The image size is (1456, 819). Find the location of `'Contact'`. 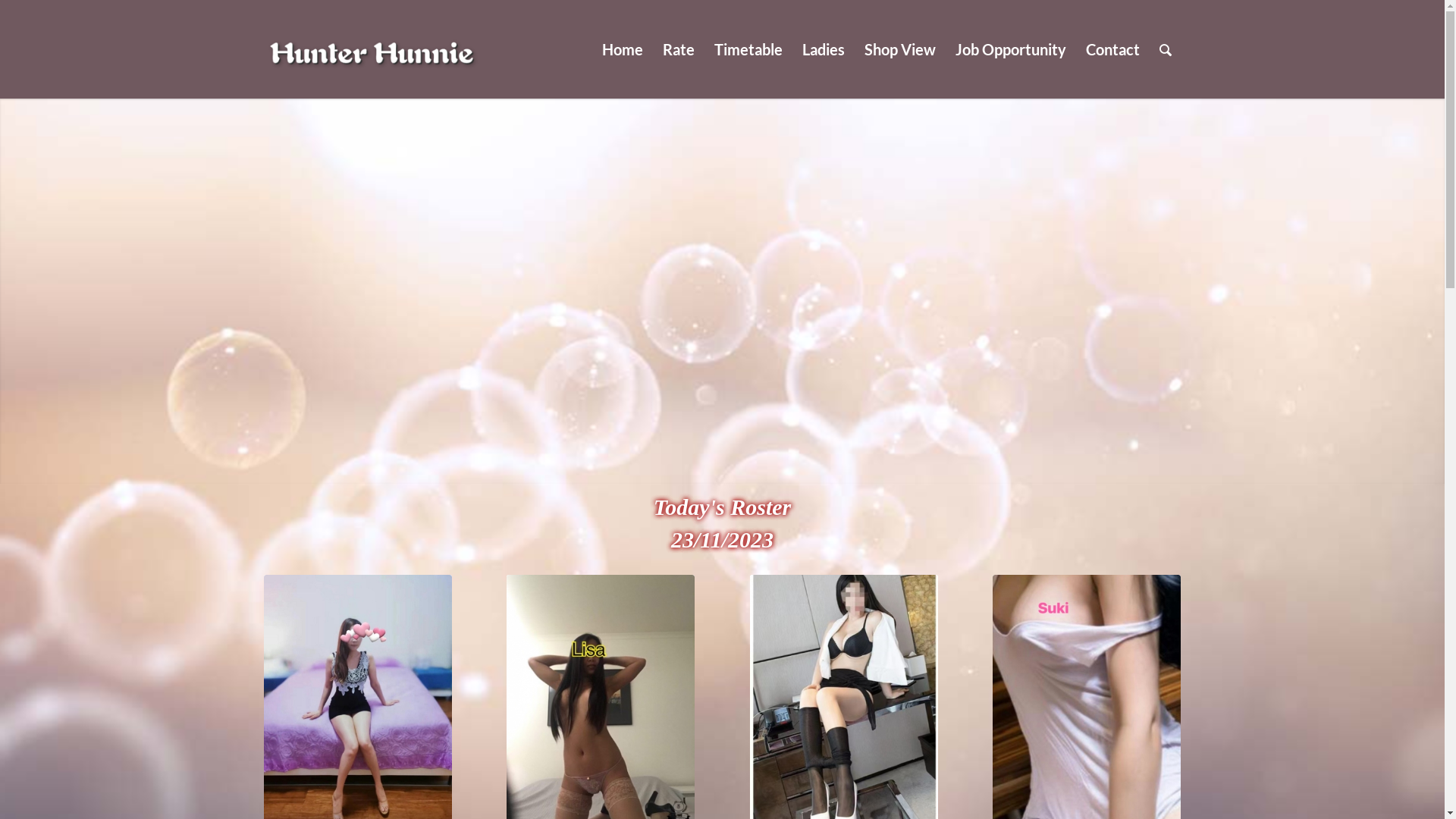

'Contact' is located at coordinates (1112, 49).